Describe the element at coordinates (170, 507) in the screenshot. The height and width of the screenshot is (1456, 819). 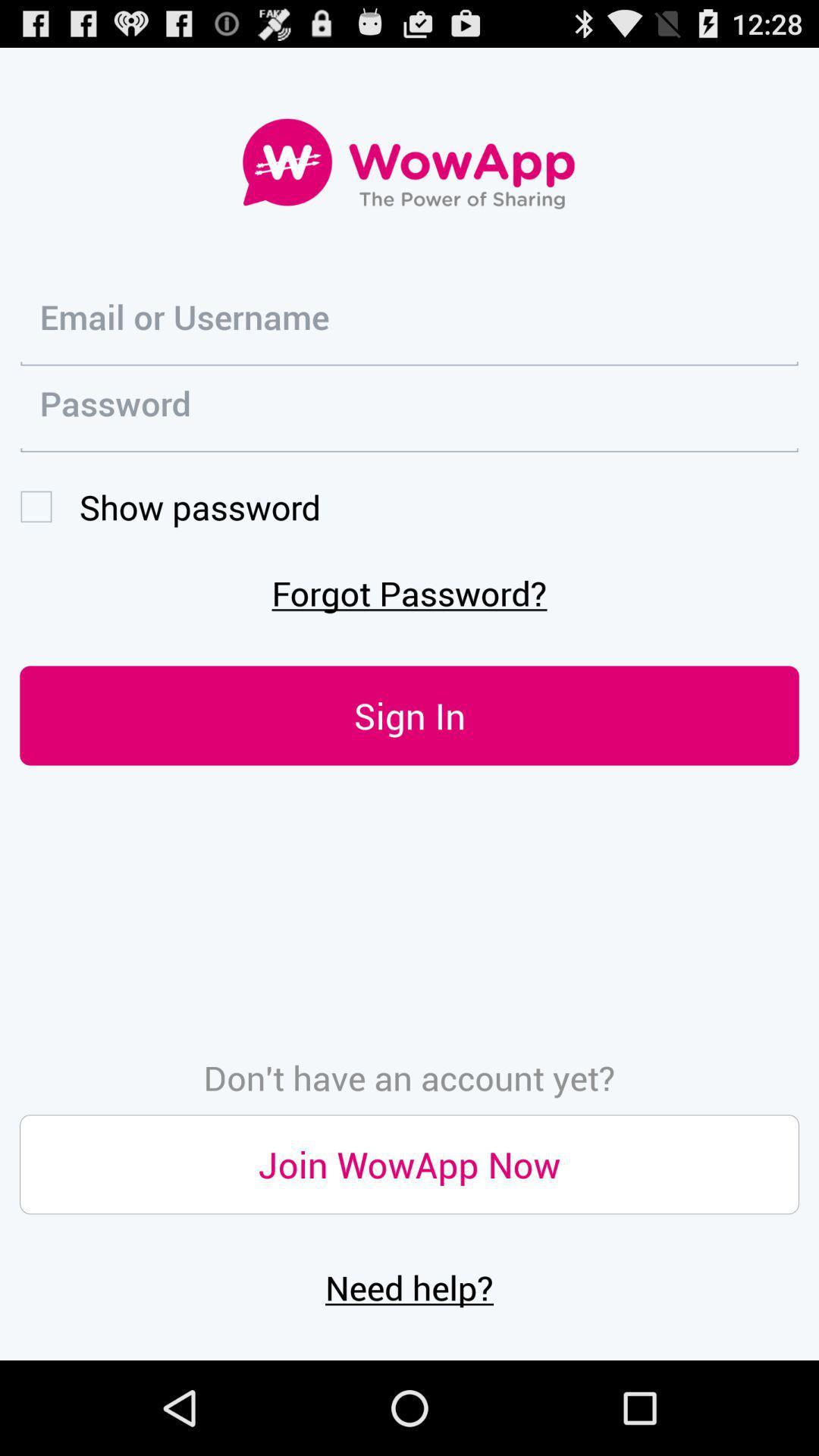
I see `the icon above the forgot password? item` at that location.